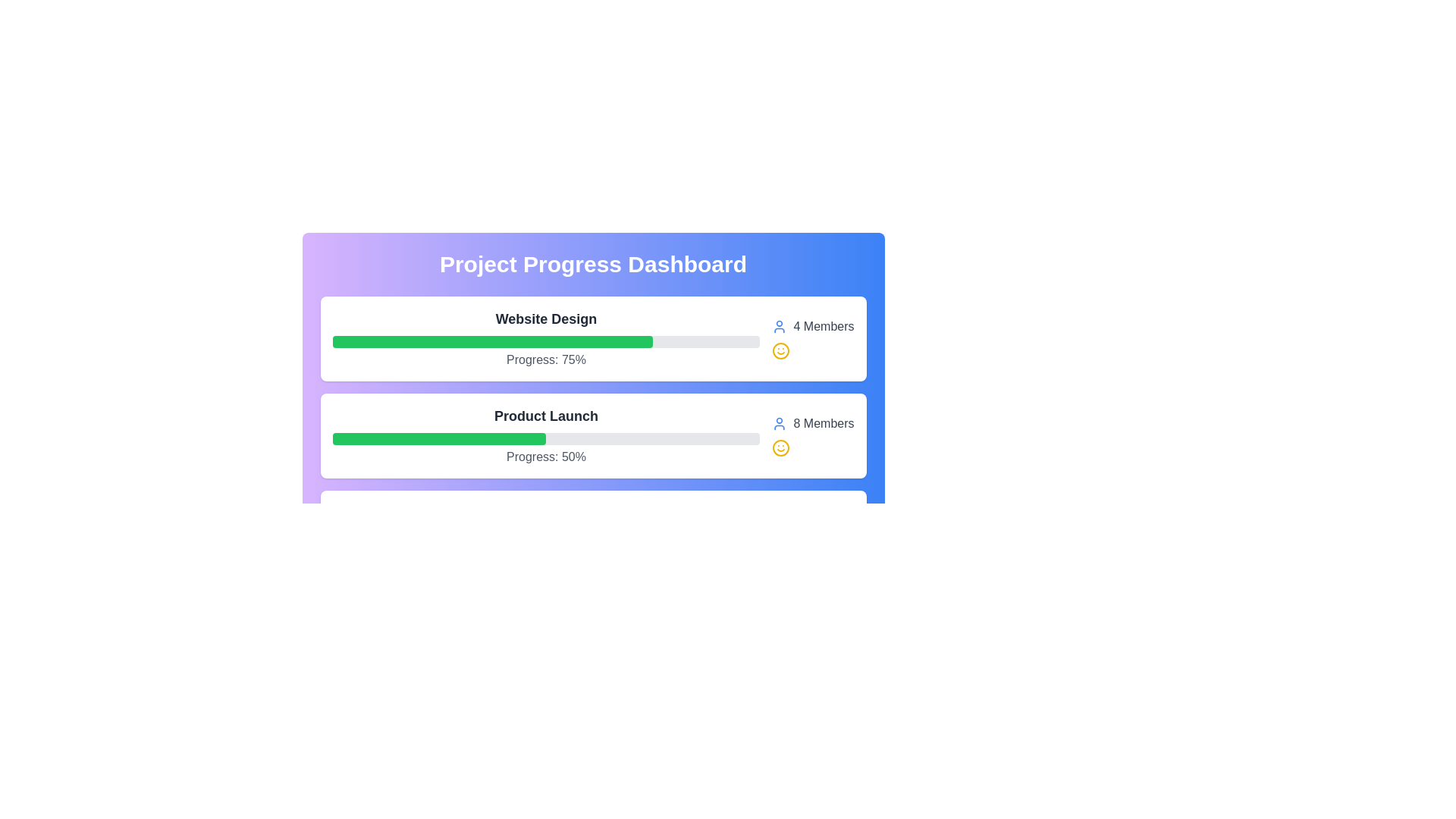 The height and width of the screenshot is (819, 1456). What do you see at coordinates (546, 438) in the screenshot?
I see `the second progress bar representing the 'Product Launch' task, located below the text 'Product Launch' and above 'Progress: 50%'` at bounding box center [546, 438].